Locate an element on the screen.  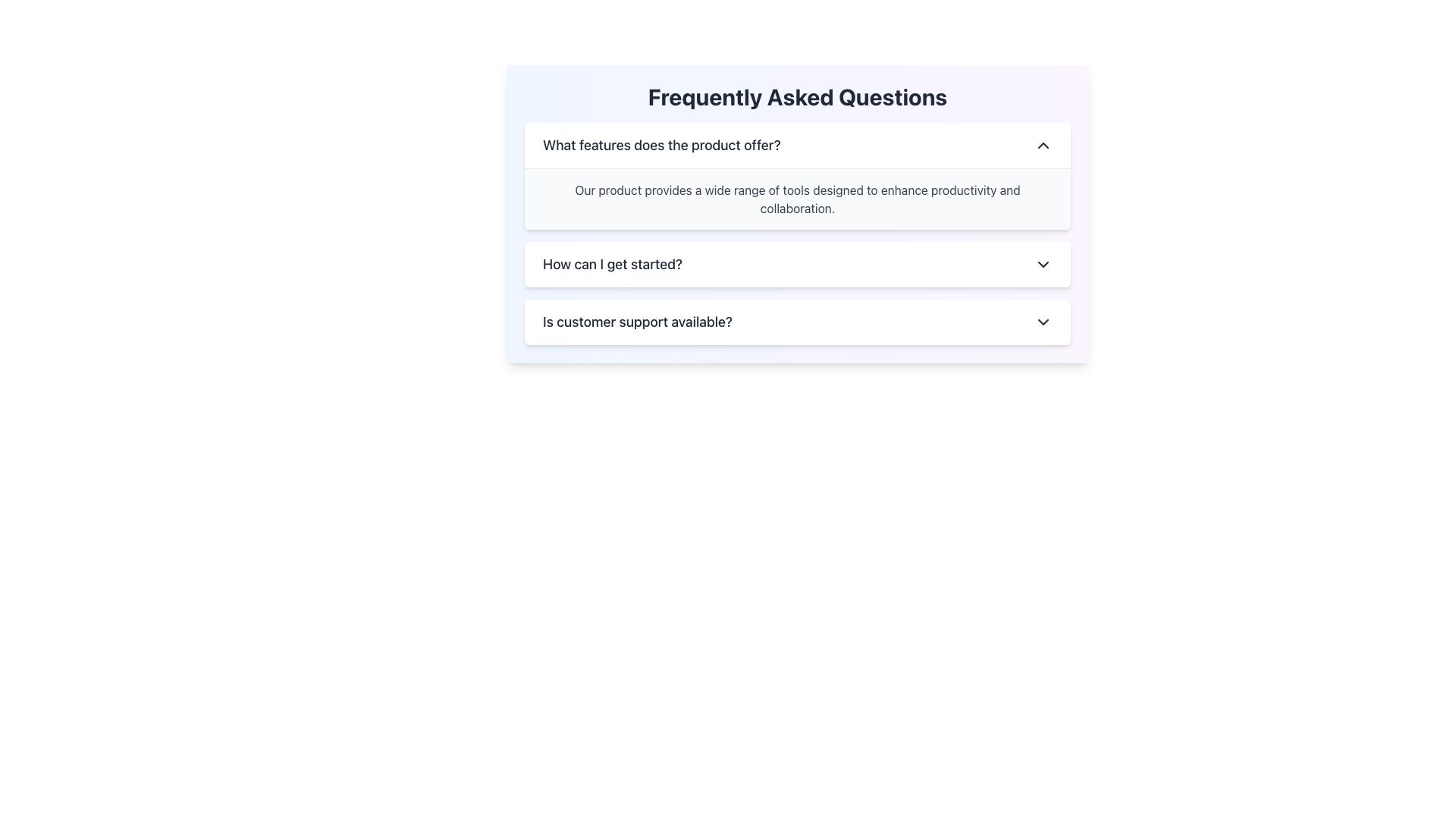
the chevron icon that indicates an expandable section, positioned to the extreme right of the text 'How can I get started?' is located at coordinates (1043, 263).